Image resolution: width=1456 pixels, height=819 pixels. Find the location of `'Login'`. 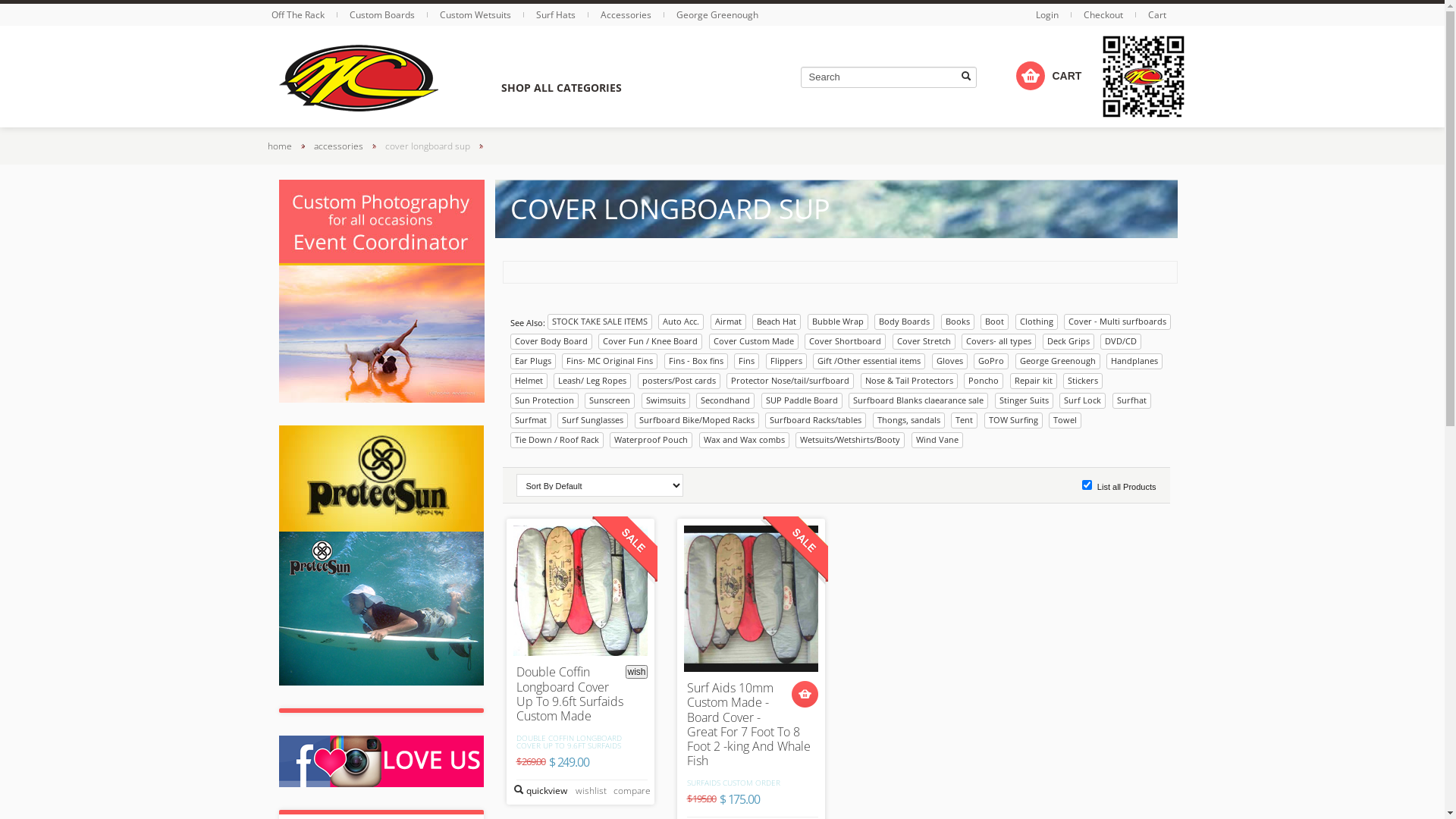

'Login' is located at coordinates (1035, 14).